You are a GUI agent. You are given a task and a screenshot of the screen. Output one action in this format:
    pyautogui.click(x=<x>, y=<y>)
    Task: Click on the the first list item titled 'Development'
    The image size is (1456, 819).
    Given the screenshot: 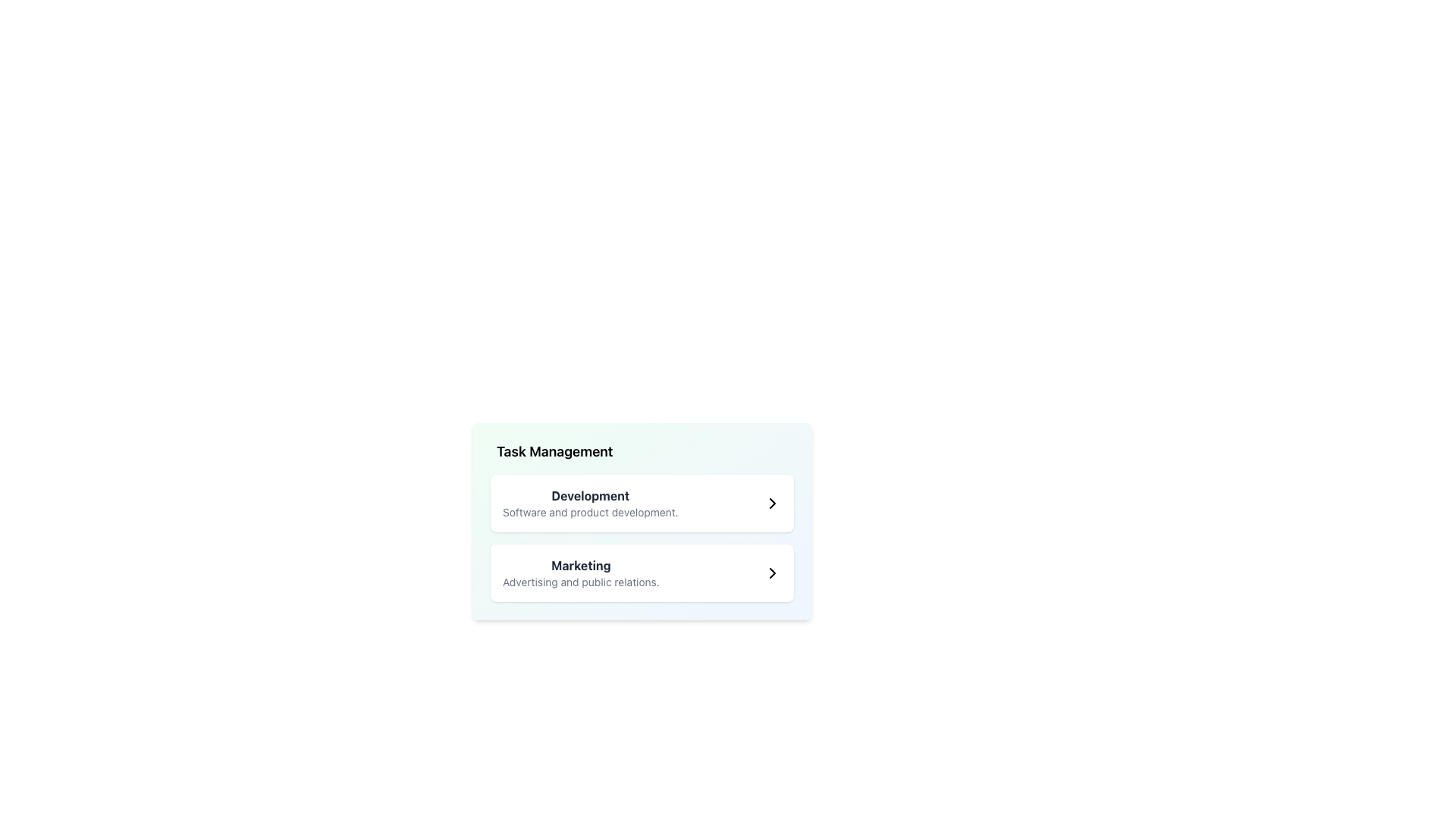 What is the action you would take?
    pyautogui.click(x=589, y=503)
    